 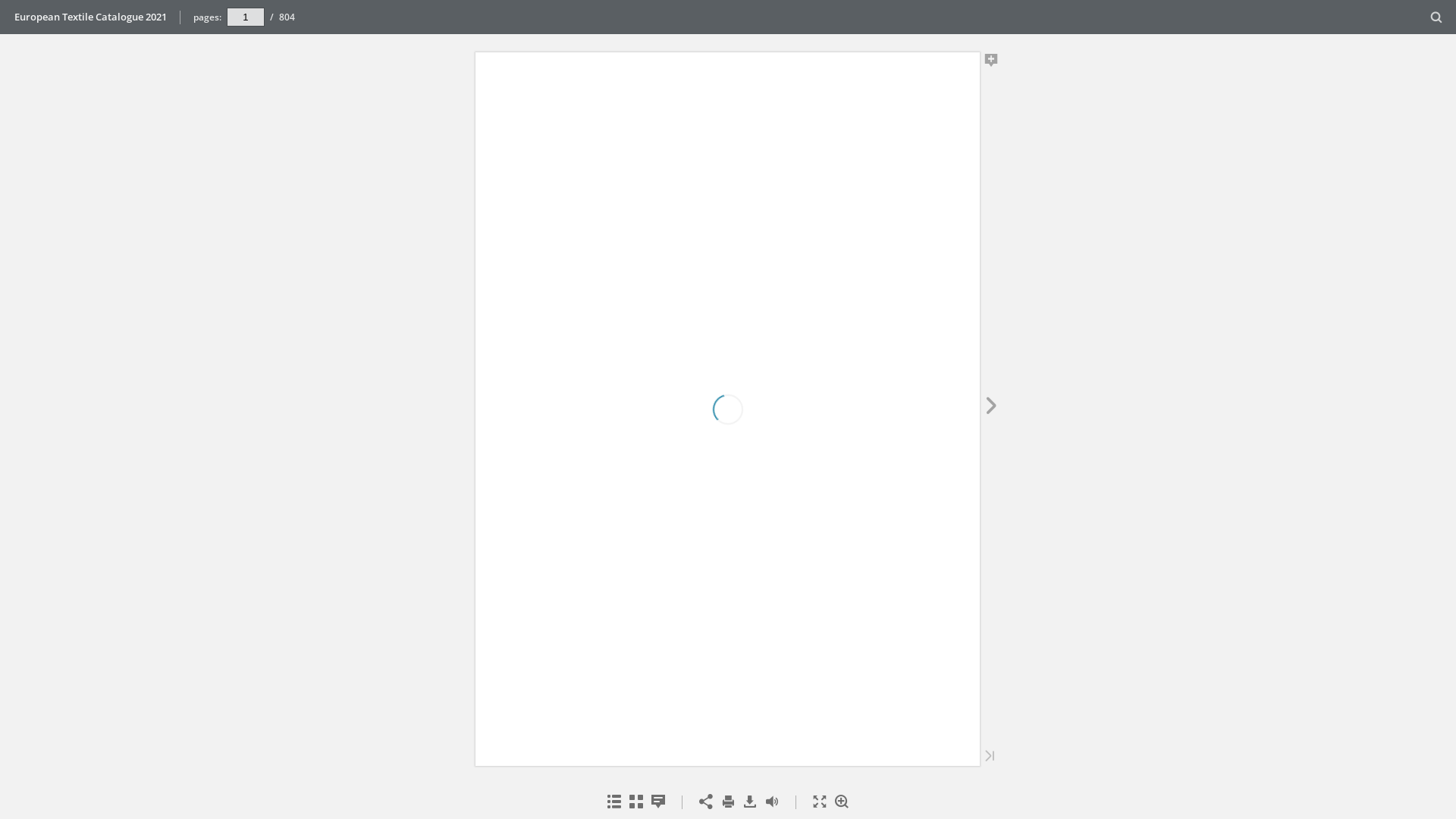 I want to click on 'Download', so click(x=749, y=801).